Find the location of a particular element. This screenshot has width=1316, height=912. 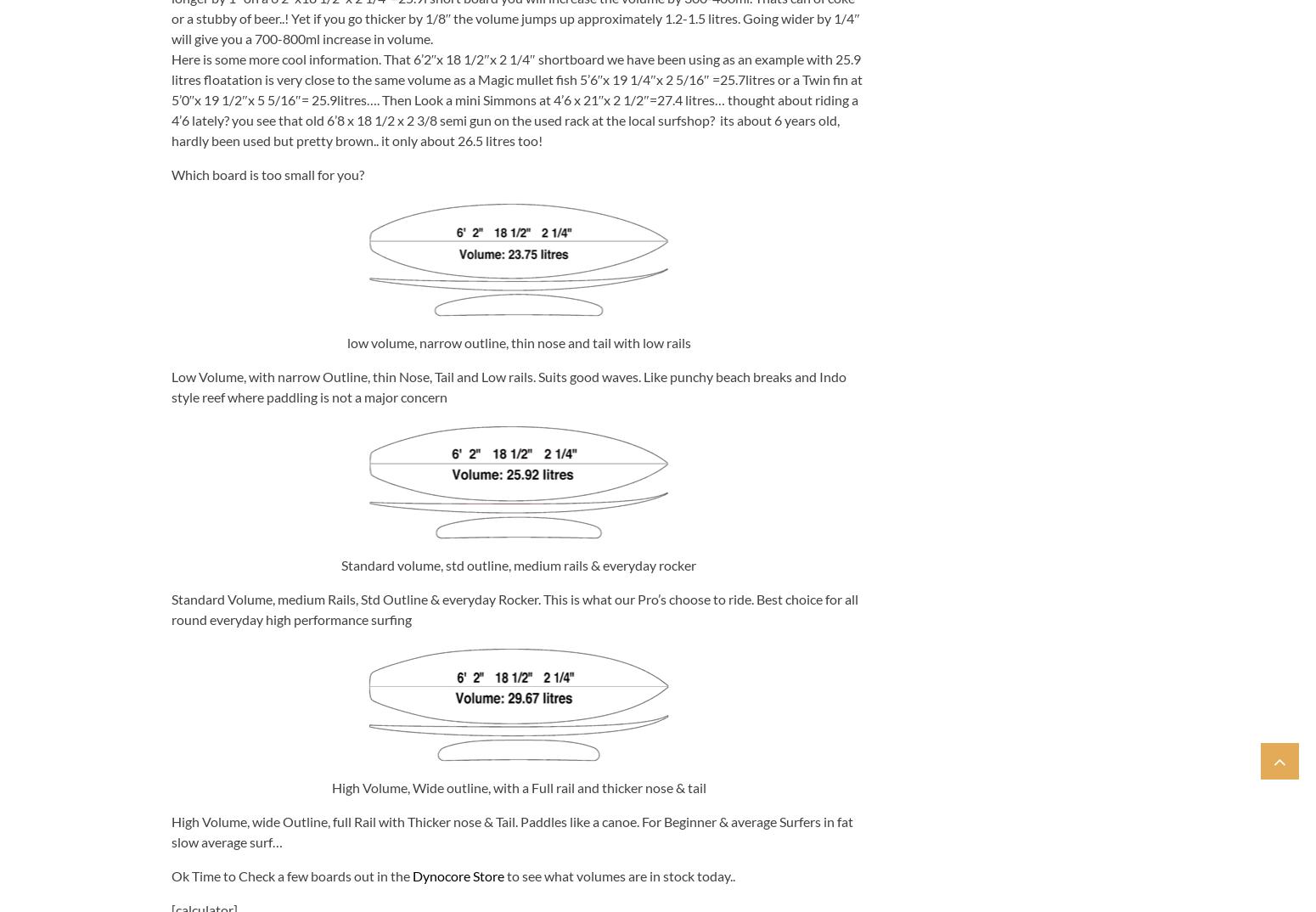

'to see what volumes are in stock today..' is located at coordinates (618, 875).